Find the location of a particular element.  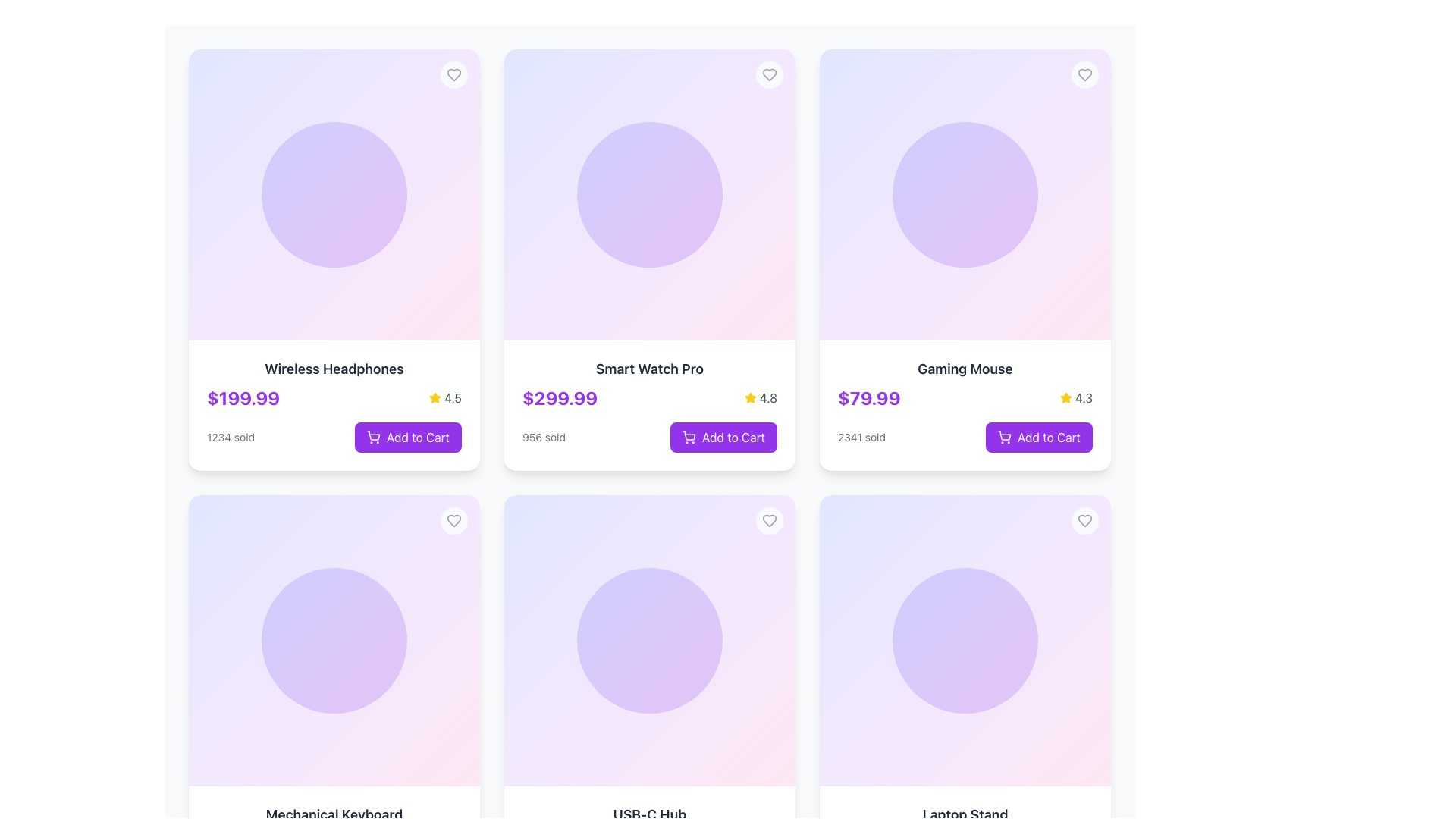

the yellow star-shaped icon representing the rating for 'Smart Watch Pro', located near the price and the numerical rating (4.8) is located at coordinates (750, 397).